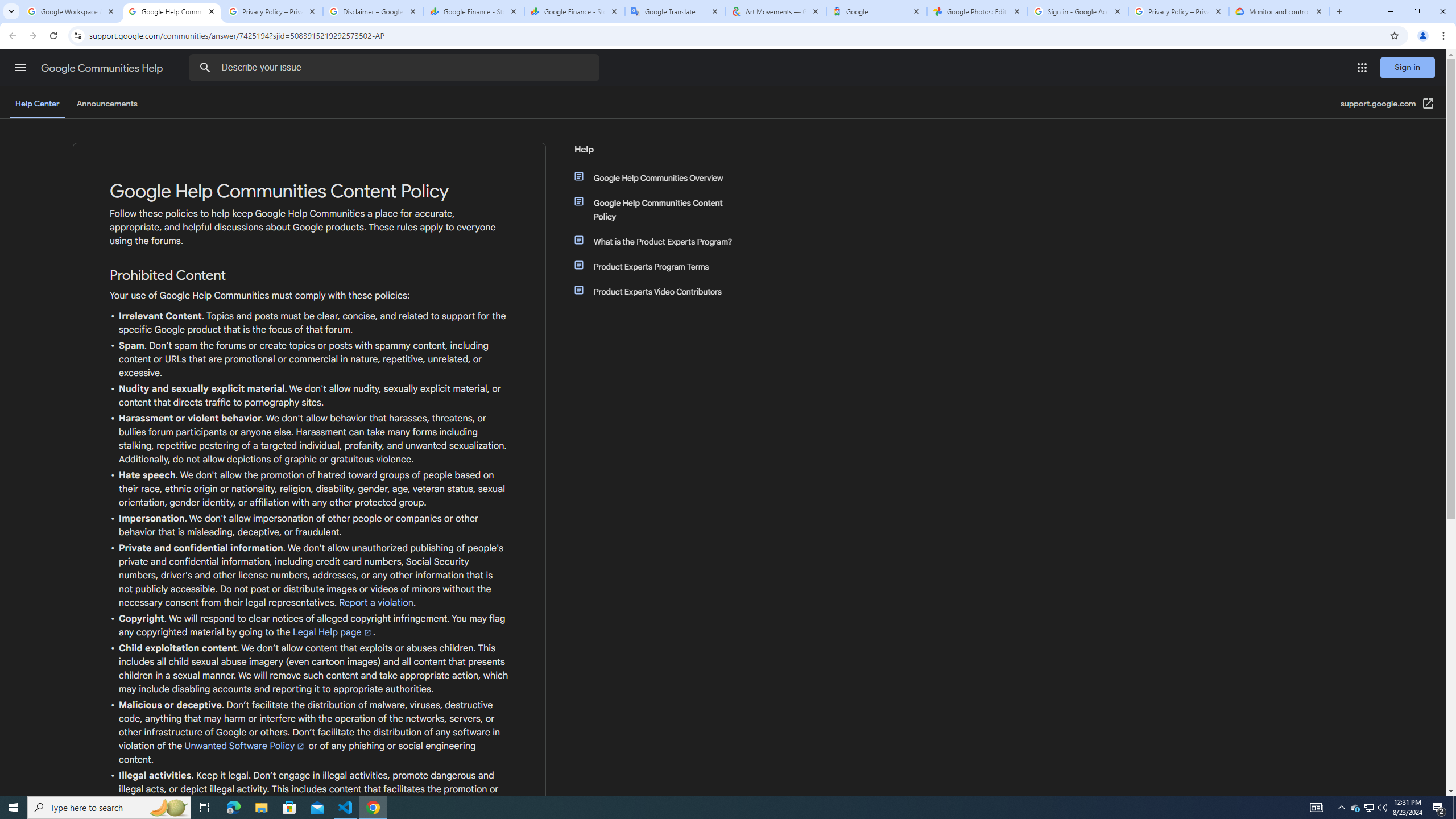 The width and height of the screenshot is (1456, 819). What do you see at coordinates (661, 266) in the screenshot?
I see `'Product Experts Program Terms'` at bounding box center [661, 266].